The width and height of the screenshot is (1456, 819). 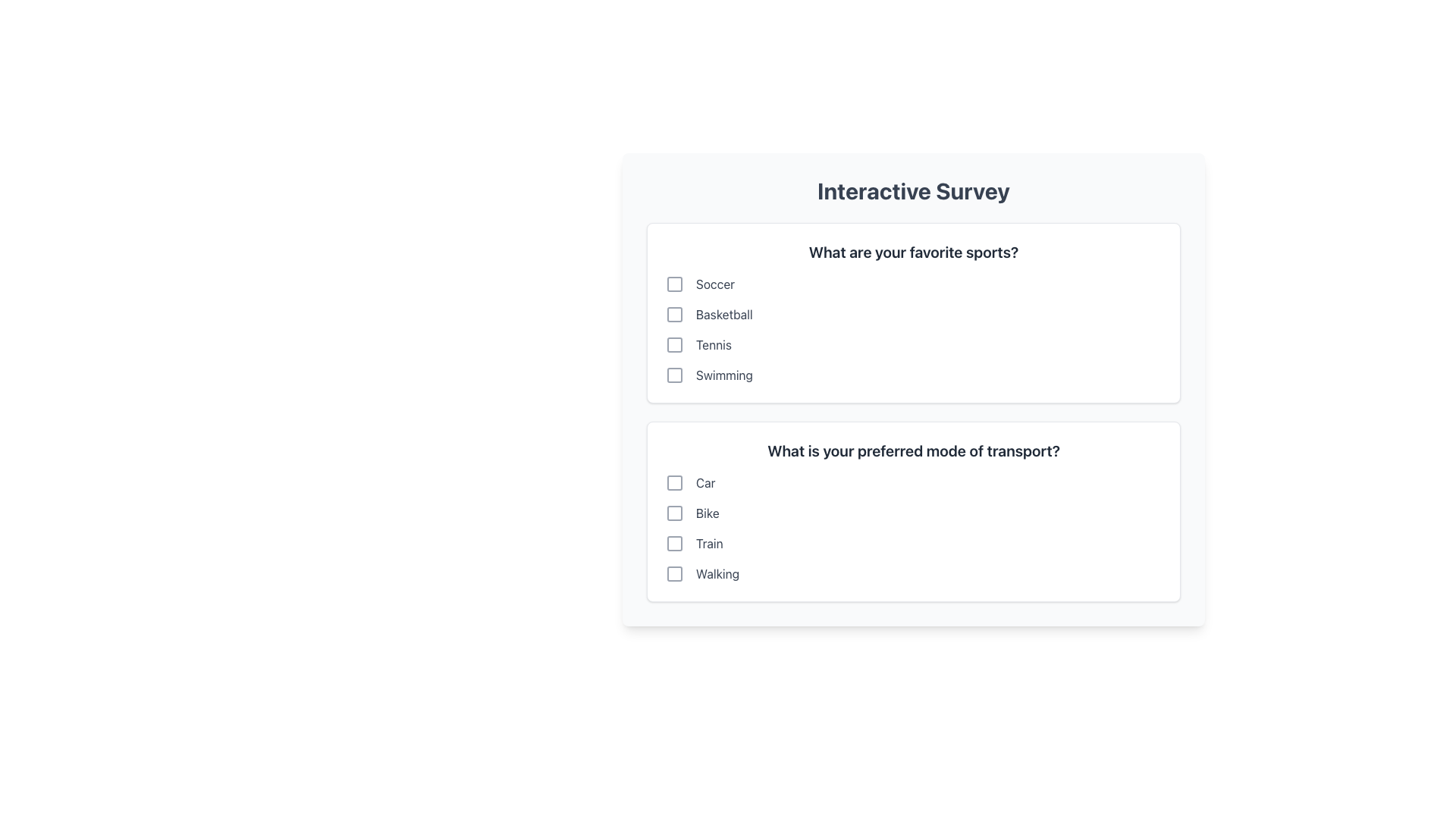 I want to click on the bold, prominently displayed header text 'Interactive Survey' located at the top center of the interface, so click(x=912, y=190).